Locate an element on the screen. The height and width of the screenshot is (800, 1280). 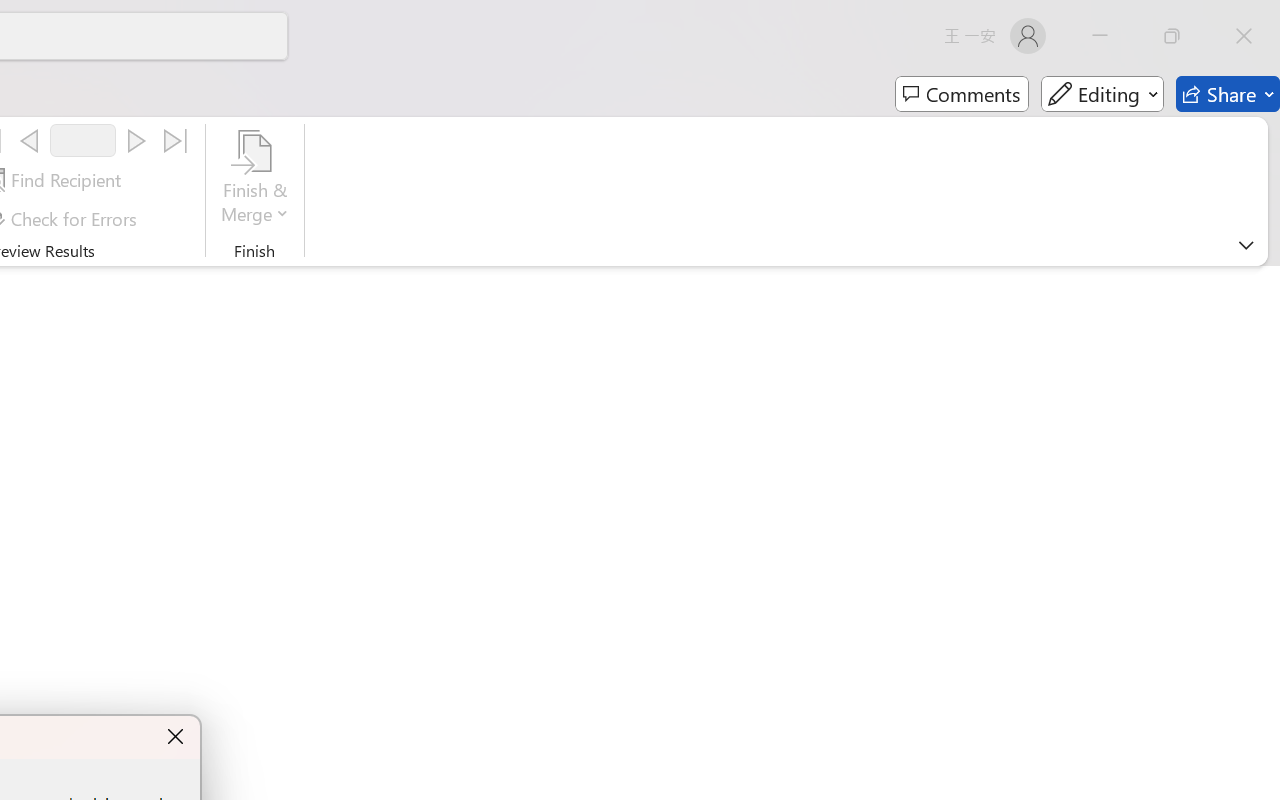
'Share' is located at coordinates (1227, 94).